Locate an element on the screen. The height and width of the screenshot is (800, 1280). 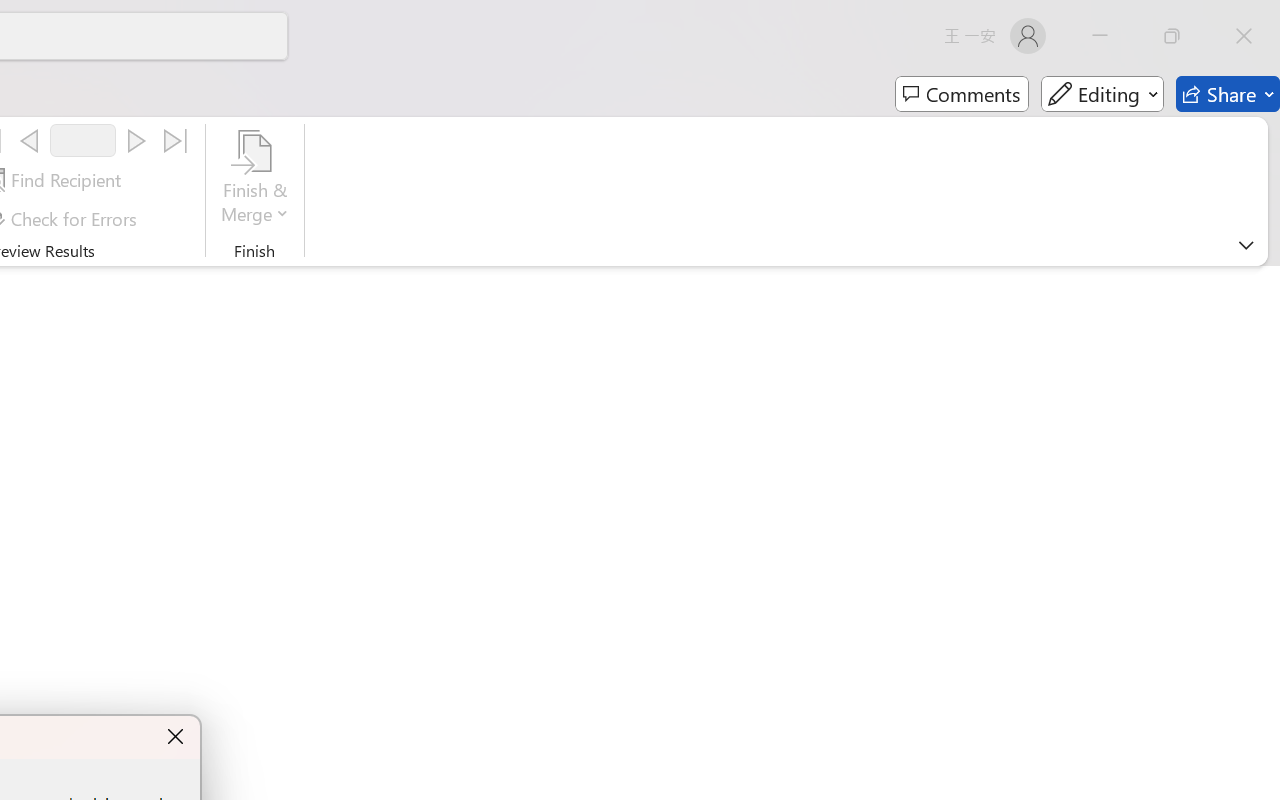
'Share' is located at coordinates (1227, 94).